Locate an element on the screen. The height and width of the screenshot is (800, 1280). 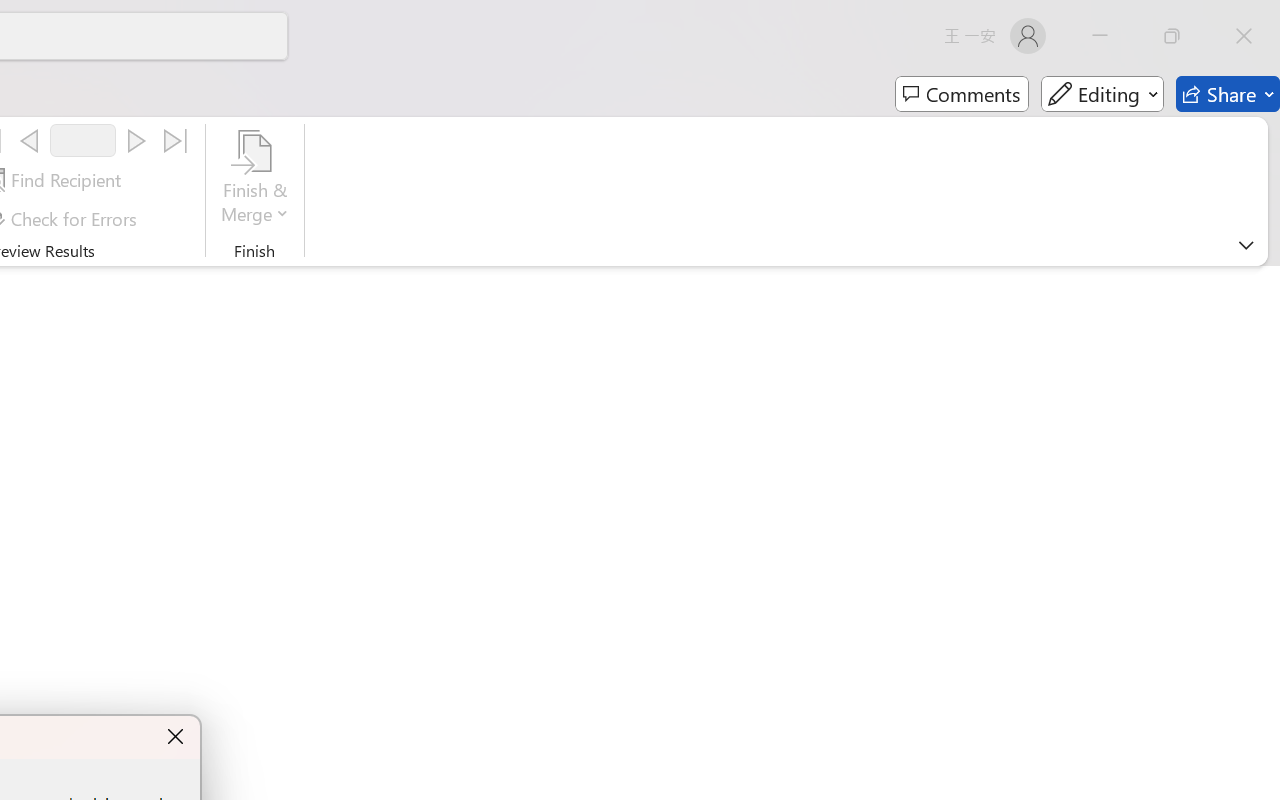
'Share' is located at coordinates (1227, 94).